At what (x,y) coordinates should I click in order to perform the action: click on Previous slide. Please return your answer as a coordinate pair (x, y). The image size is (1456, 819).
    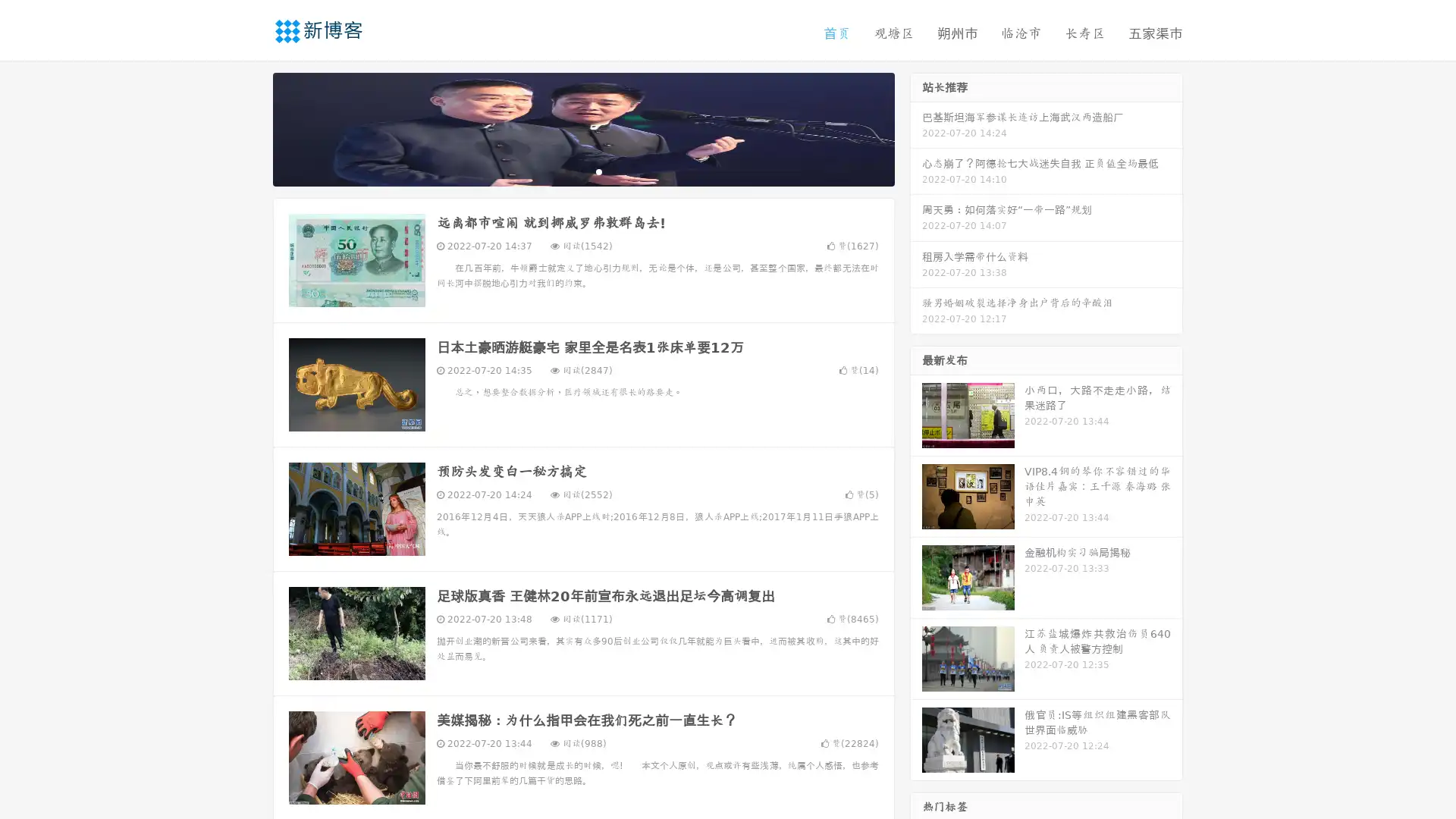
    Looking at the image, I should click on (250, 127).